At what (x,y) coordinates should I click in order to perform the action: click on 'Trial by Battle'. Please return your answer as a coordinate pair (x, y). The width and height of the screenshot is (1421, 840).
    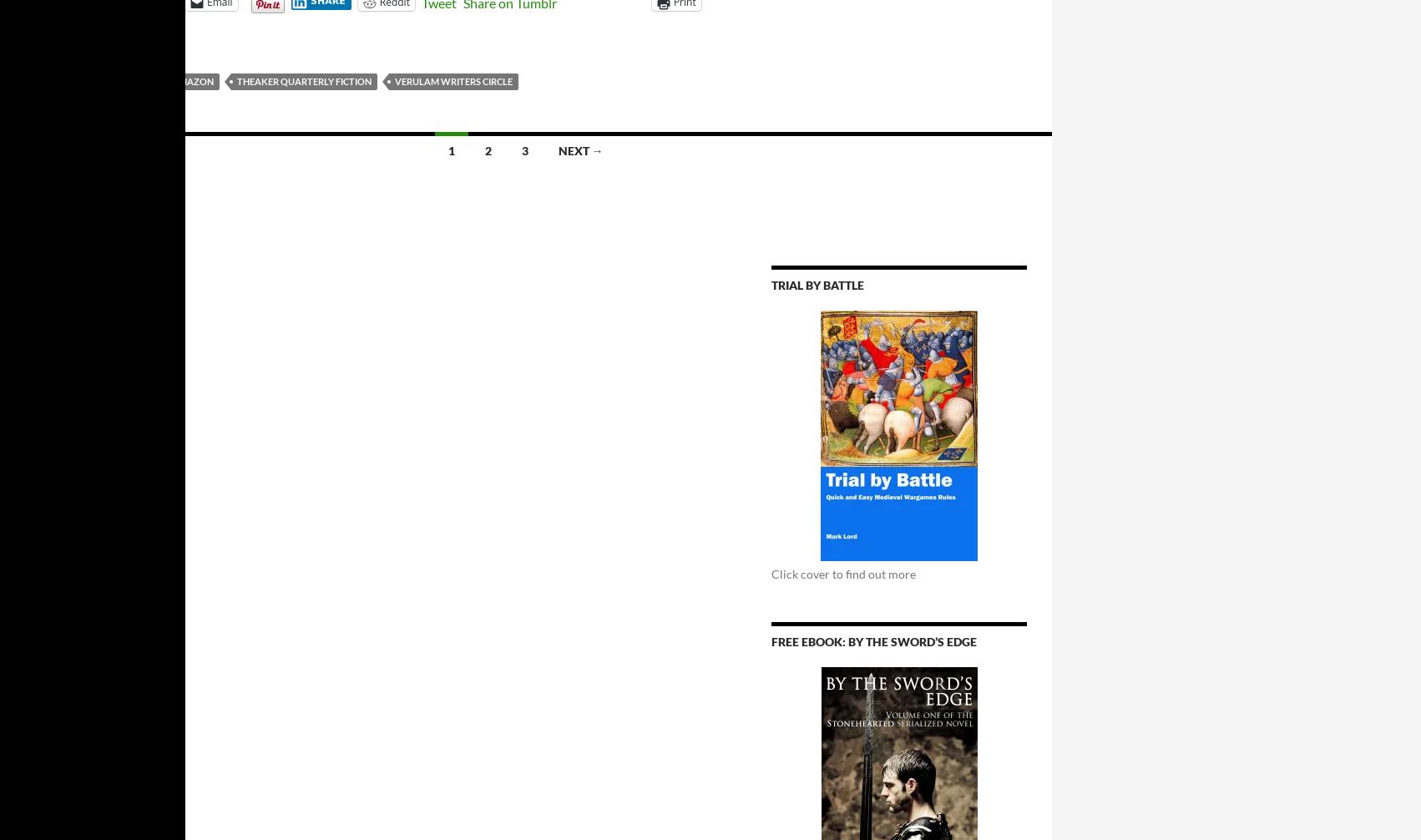
    Looking at the image, I should click on (771, 284).